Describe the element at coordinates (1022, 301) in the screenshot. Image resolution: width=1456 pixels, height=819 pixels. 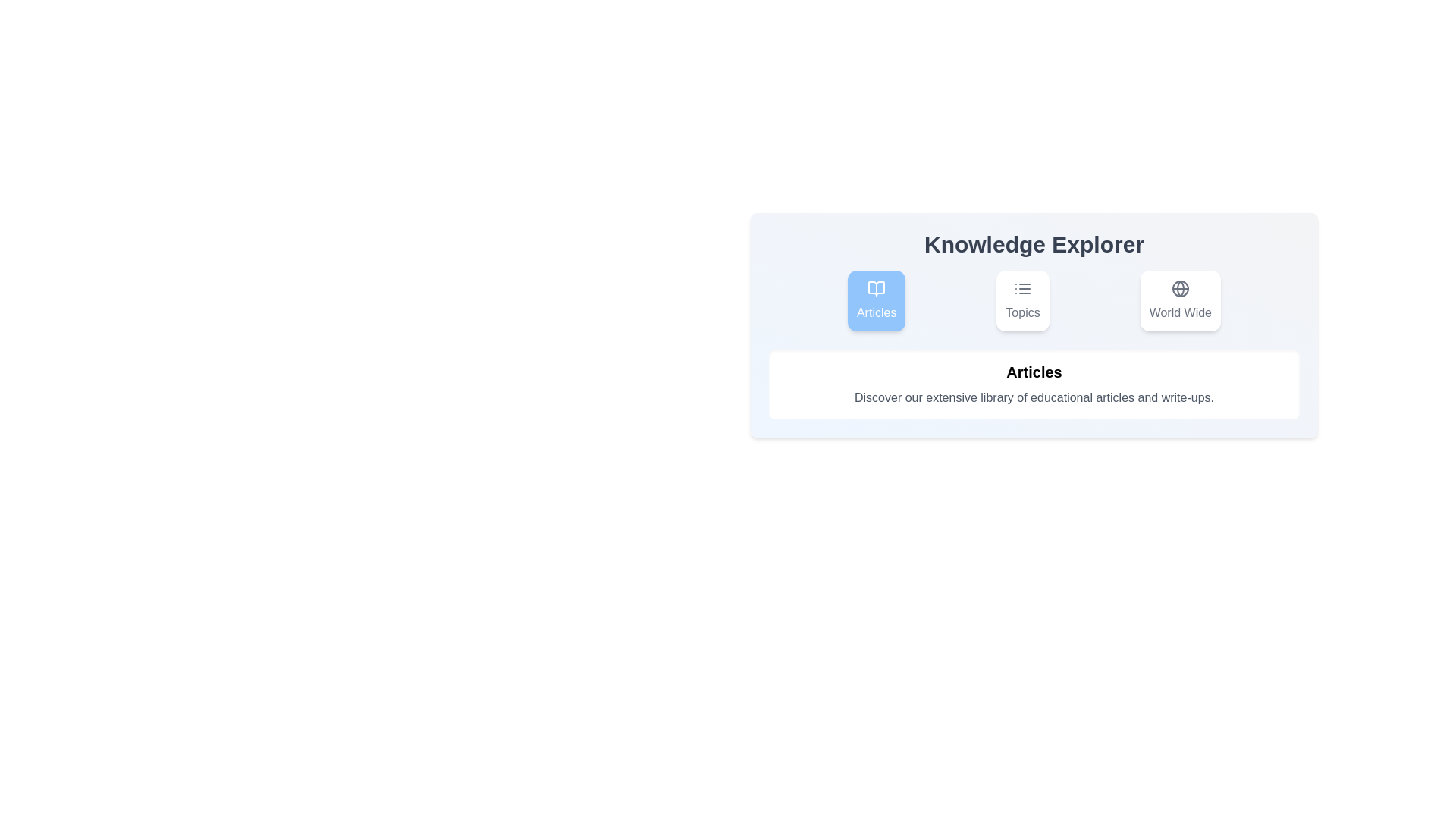
I see `the tab labeled Topics and read its content` at that location.